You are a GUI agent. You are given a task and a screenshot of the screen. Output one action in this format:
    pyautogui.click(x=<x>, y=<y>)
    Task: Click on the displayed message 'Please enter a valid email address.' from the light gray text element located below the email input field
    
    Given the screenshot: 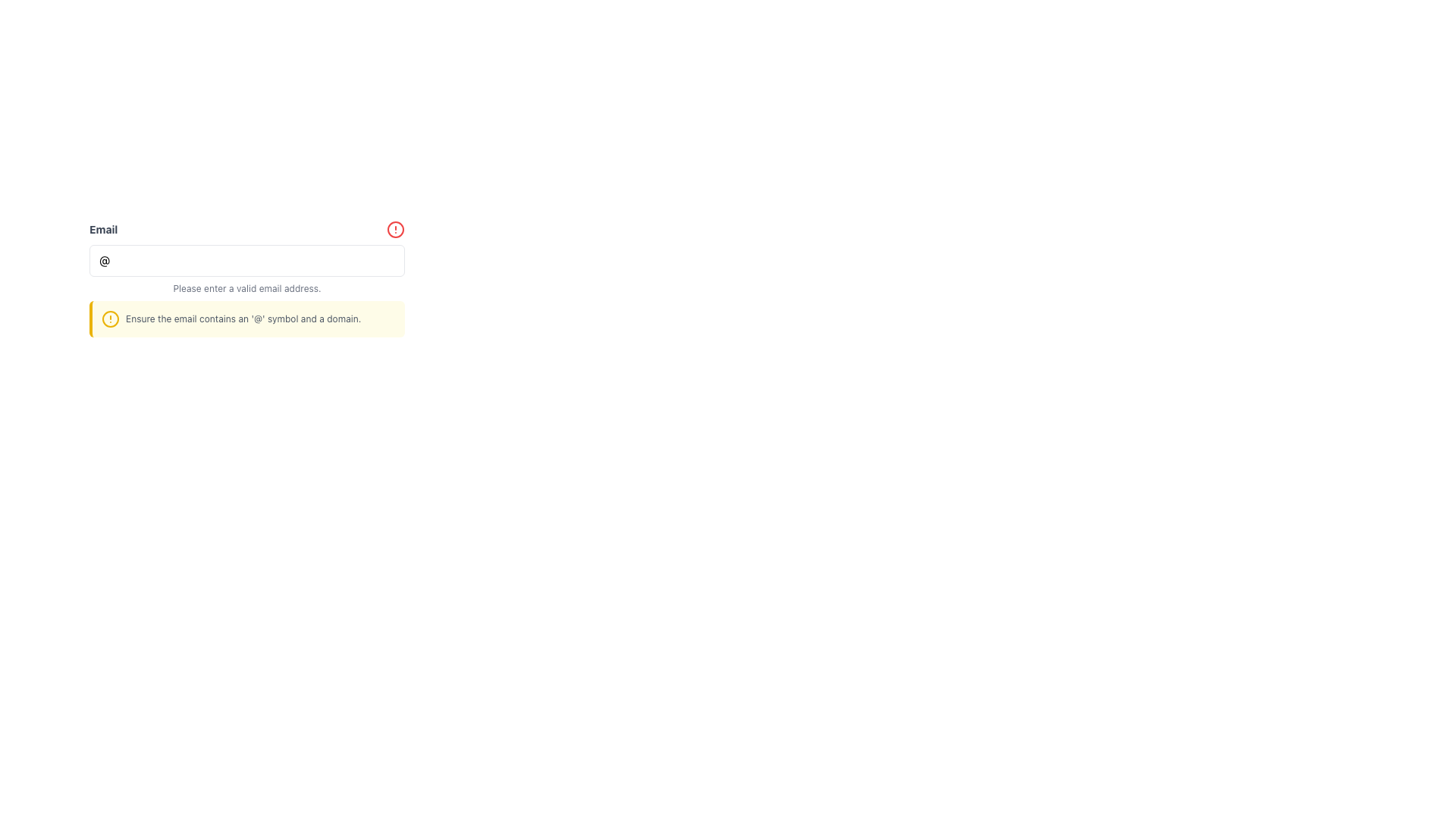 What is the action you would take?
    pyautogui.click(x=247, y=289)
    